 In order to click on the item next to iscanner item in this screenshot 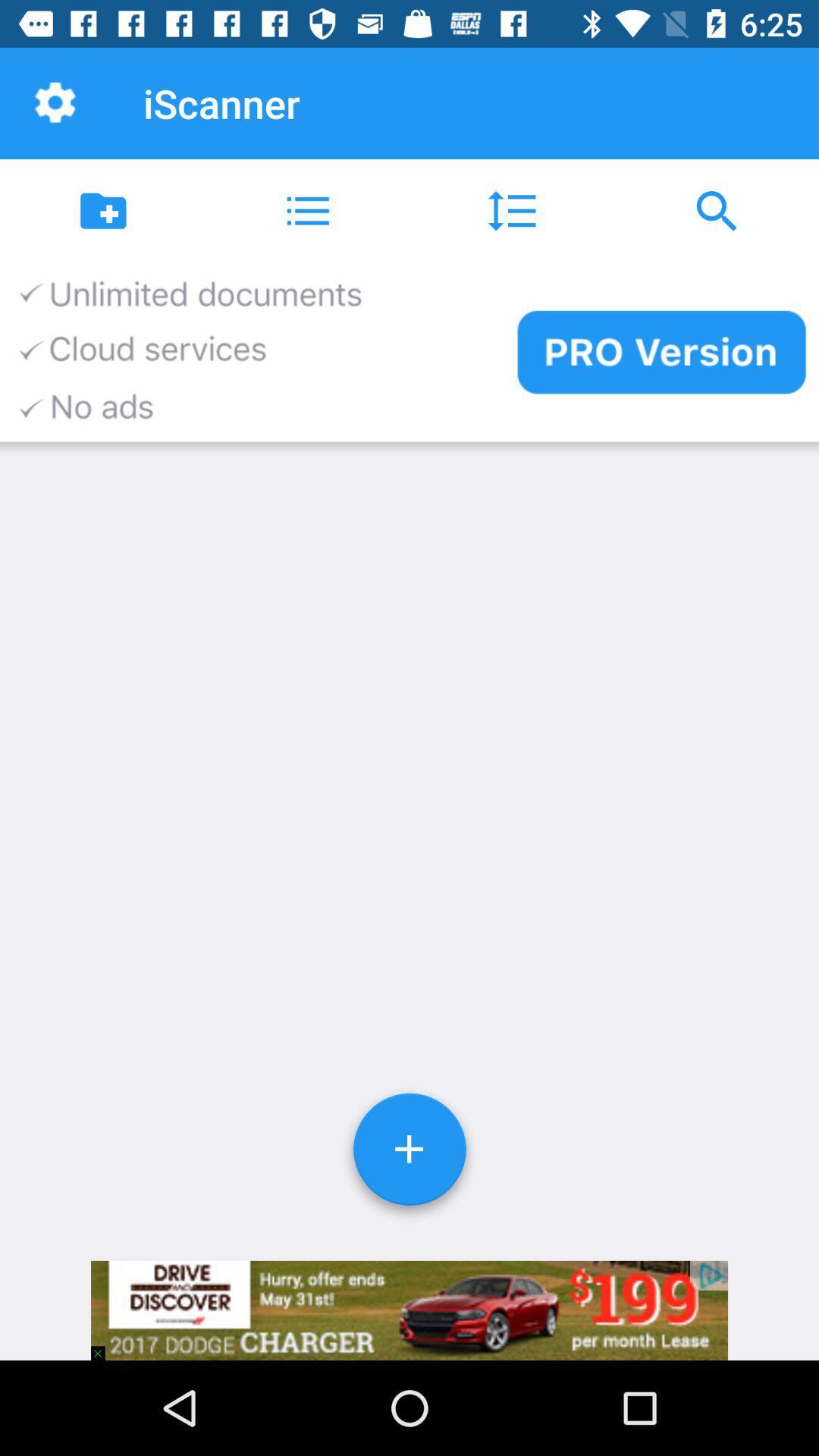, I will do `click(55, 102)`.